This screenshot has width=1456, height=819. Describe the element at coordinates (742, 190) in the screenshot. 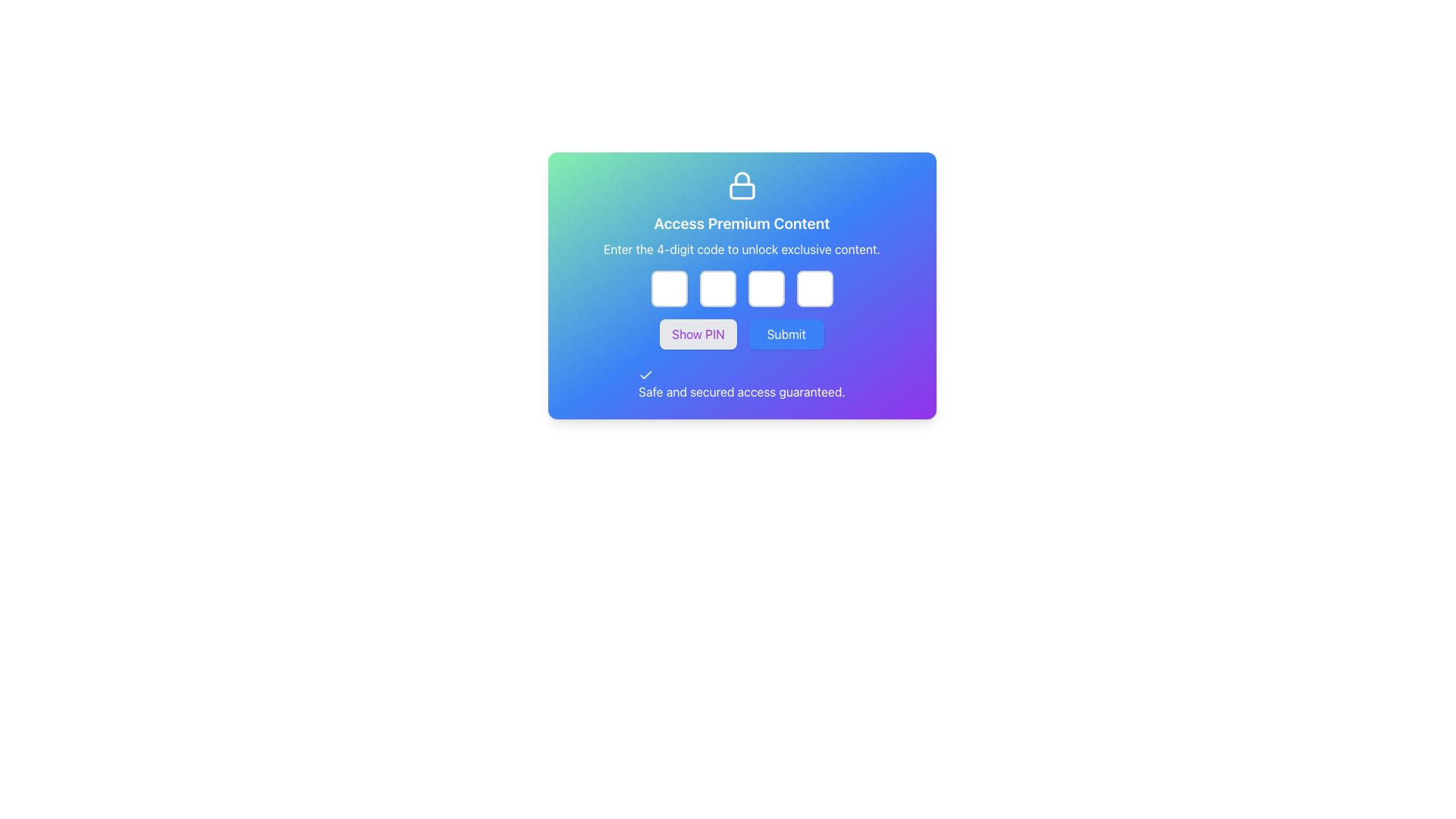

I see `the main body of the lock symbol in the SVG icon located at the top of the interface` at that location.